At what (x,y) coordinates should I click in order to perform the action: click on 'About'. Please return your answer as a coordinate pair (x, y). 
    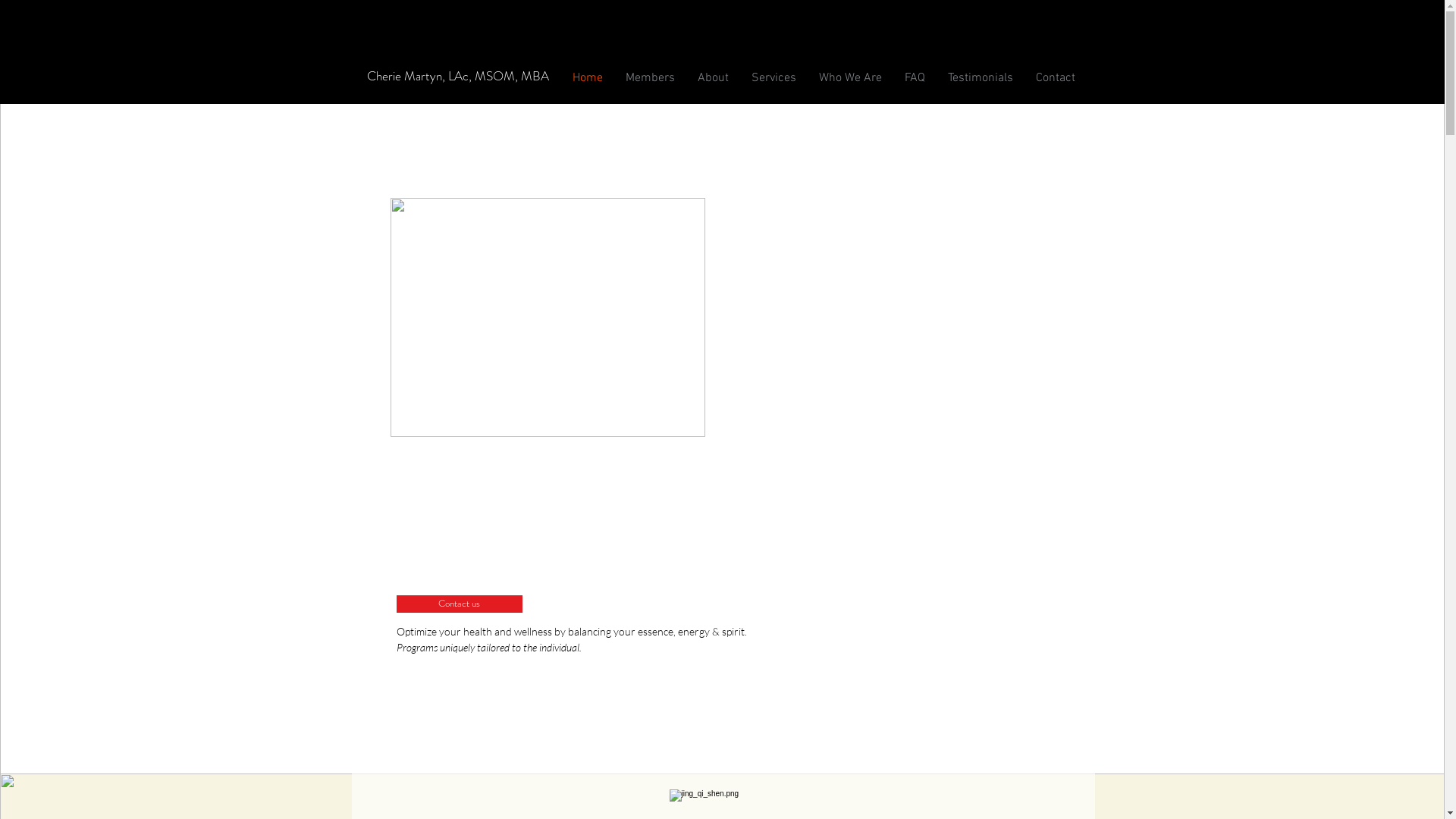
    Looking at the image, I should click on (711, 78).